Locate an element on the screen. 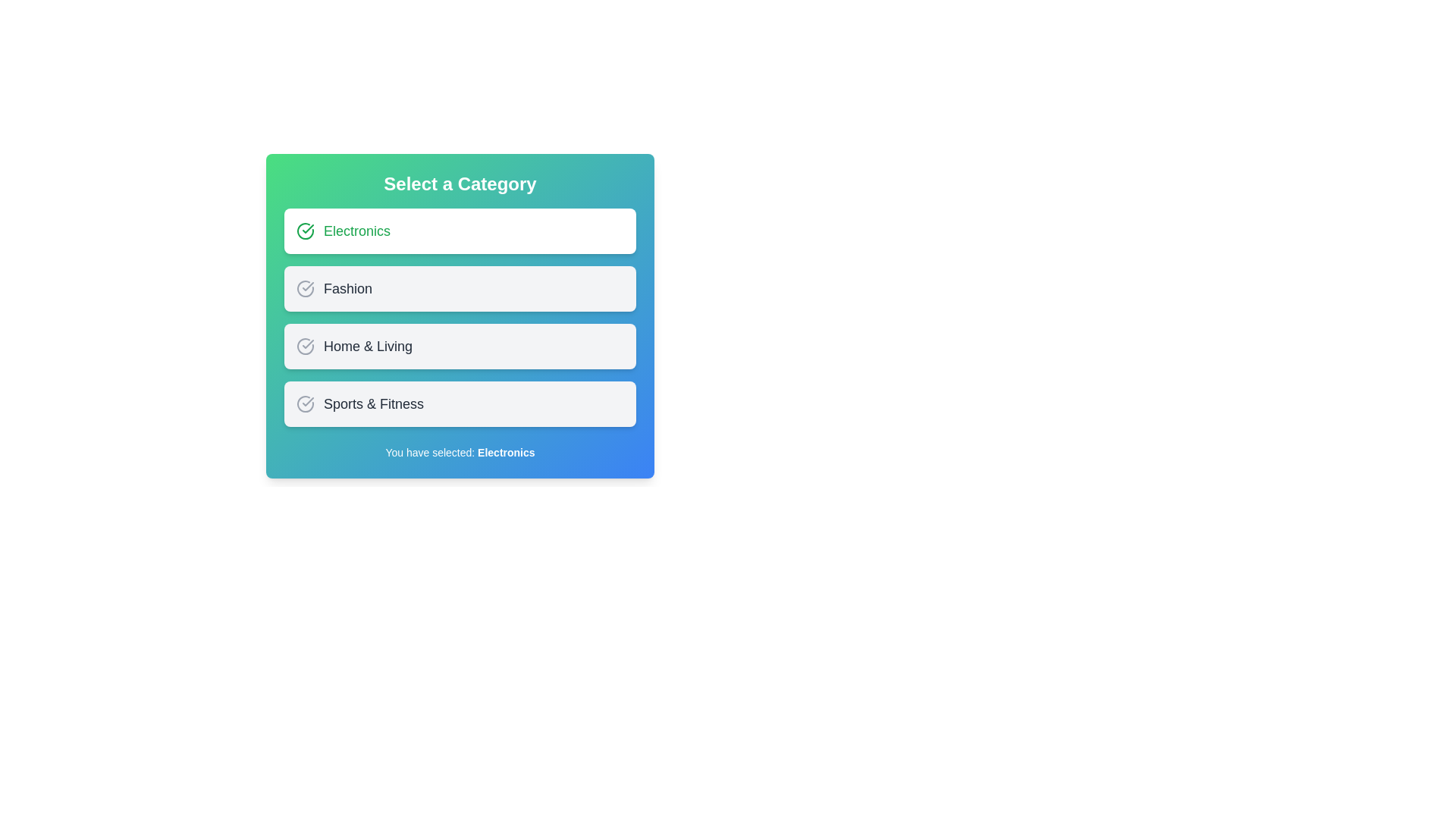  text of the 'Electronics' category label, which is part of a selectable button located at the top of the category selection list with a white background and green text is located at coordinates (356, 231).